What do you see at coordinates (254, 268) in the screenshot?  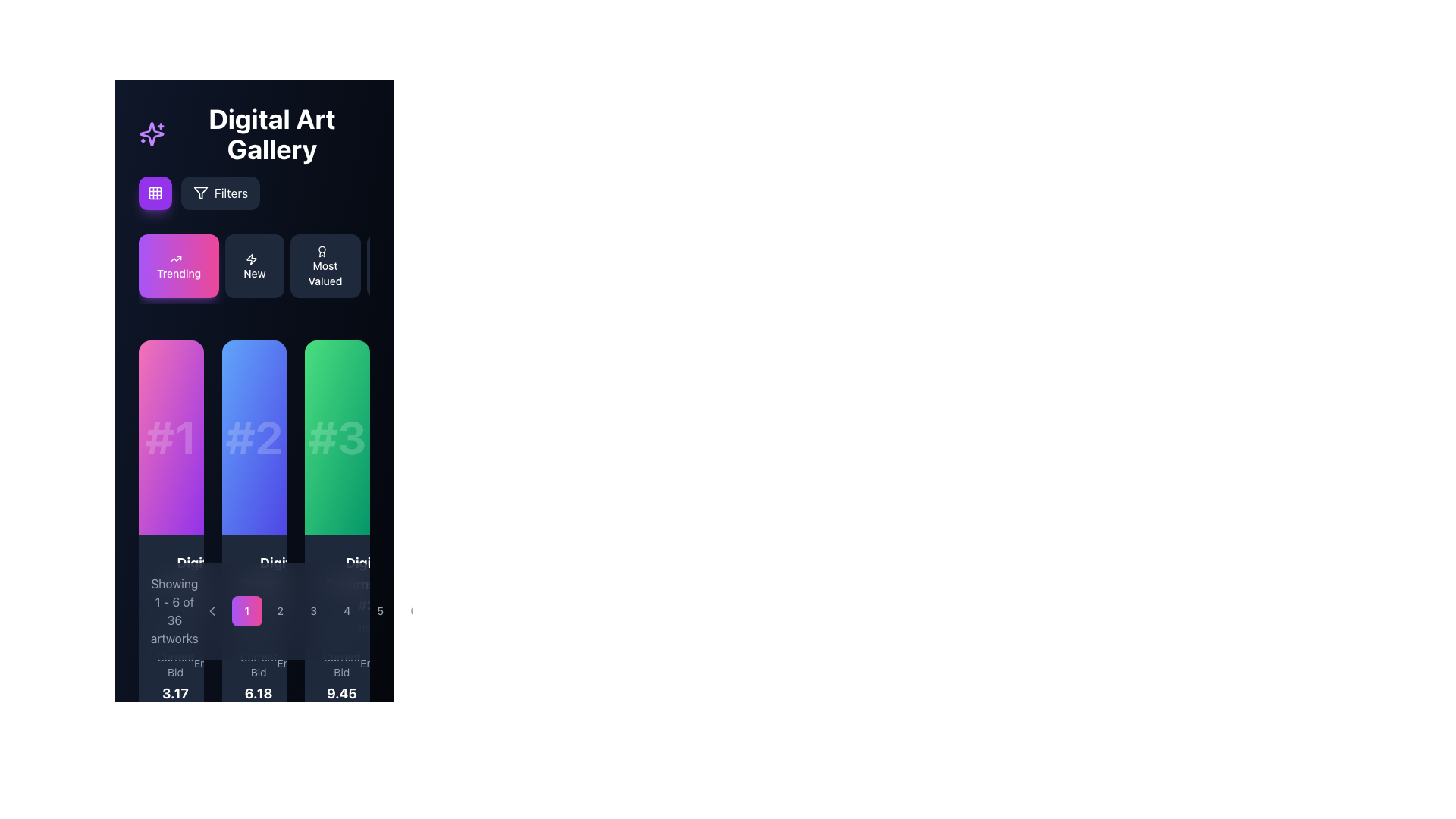 I see `the 'New' filter button, which is the second button from the left in a horizontal layout of buttons including 'Trending', 'Most Valued', and 'Ending Soon'` at bounding box center [254, 268].